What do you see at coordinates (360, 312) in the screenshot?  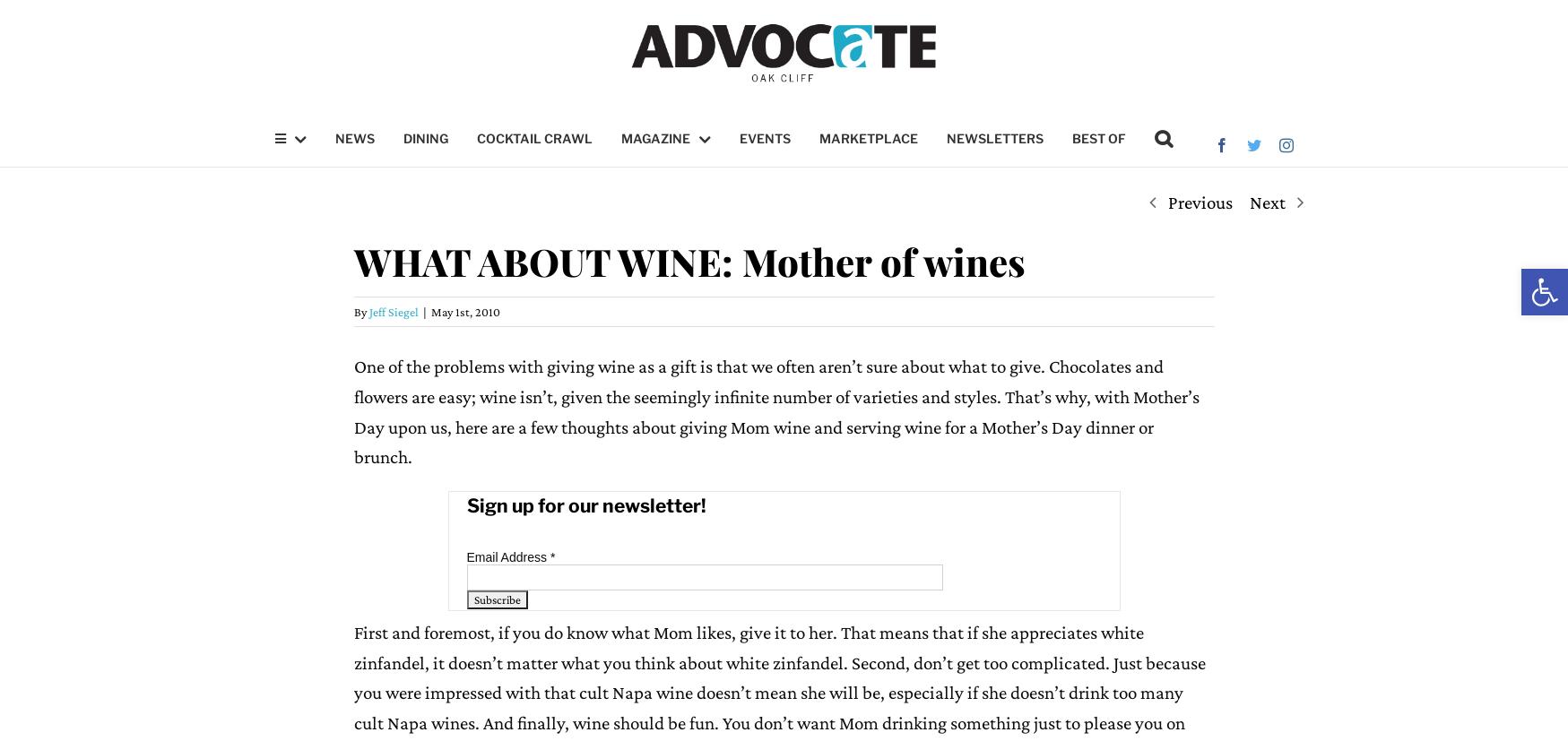 I see `'By'` at bounding box center [360, 312].